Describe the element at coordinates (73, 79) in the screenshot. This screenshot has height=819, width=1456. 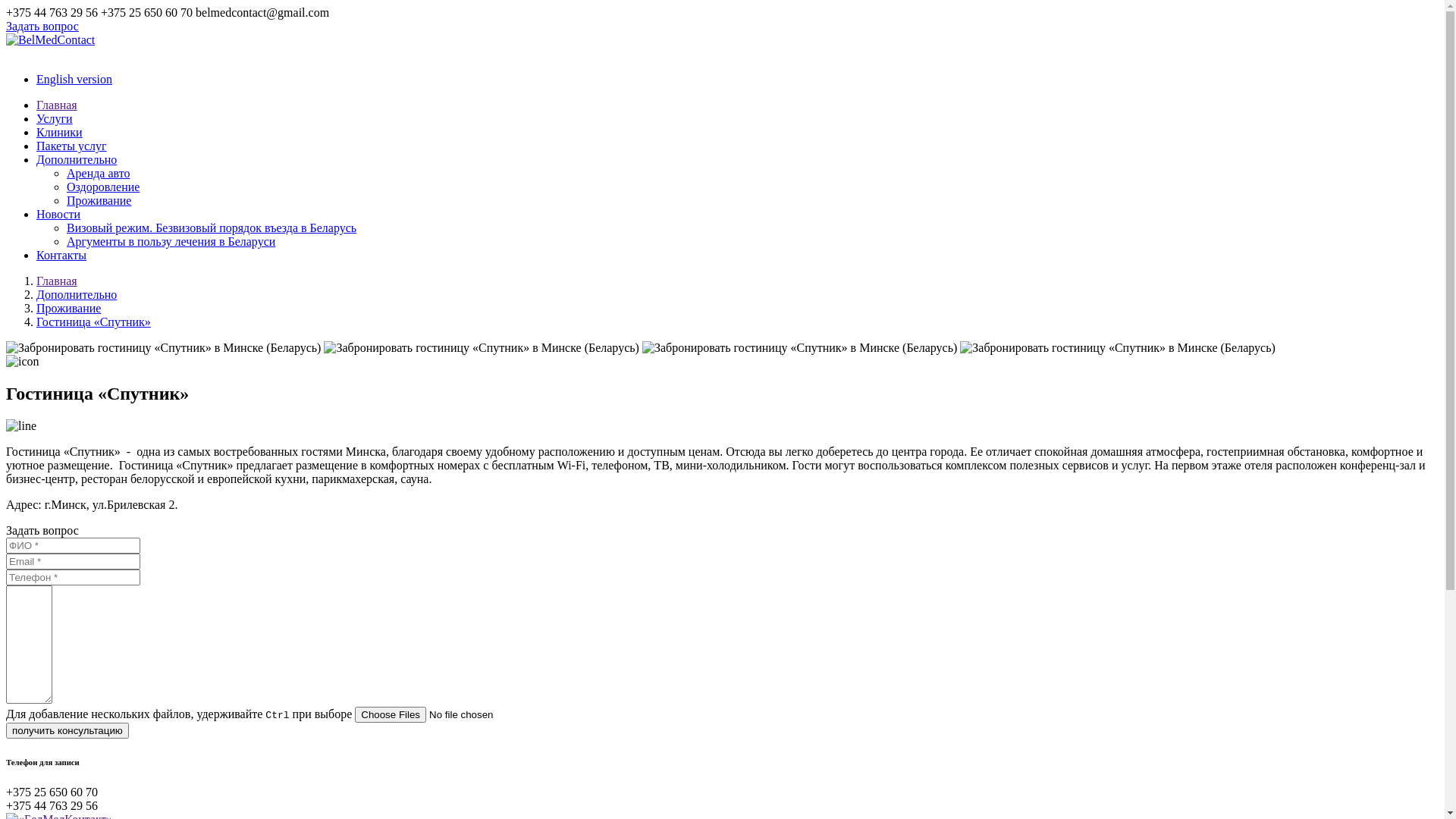
I see `'English version'` at that location.